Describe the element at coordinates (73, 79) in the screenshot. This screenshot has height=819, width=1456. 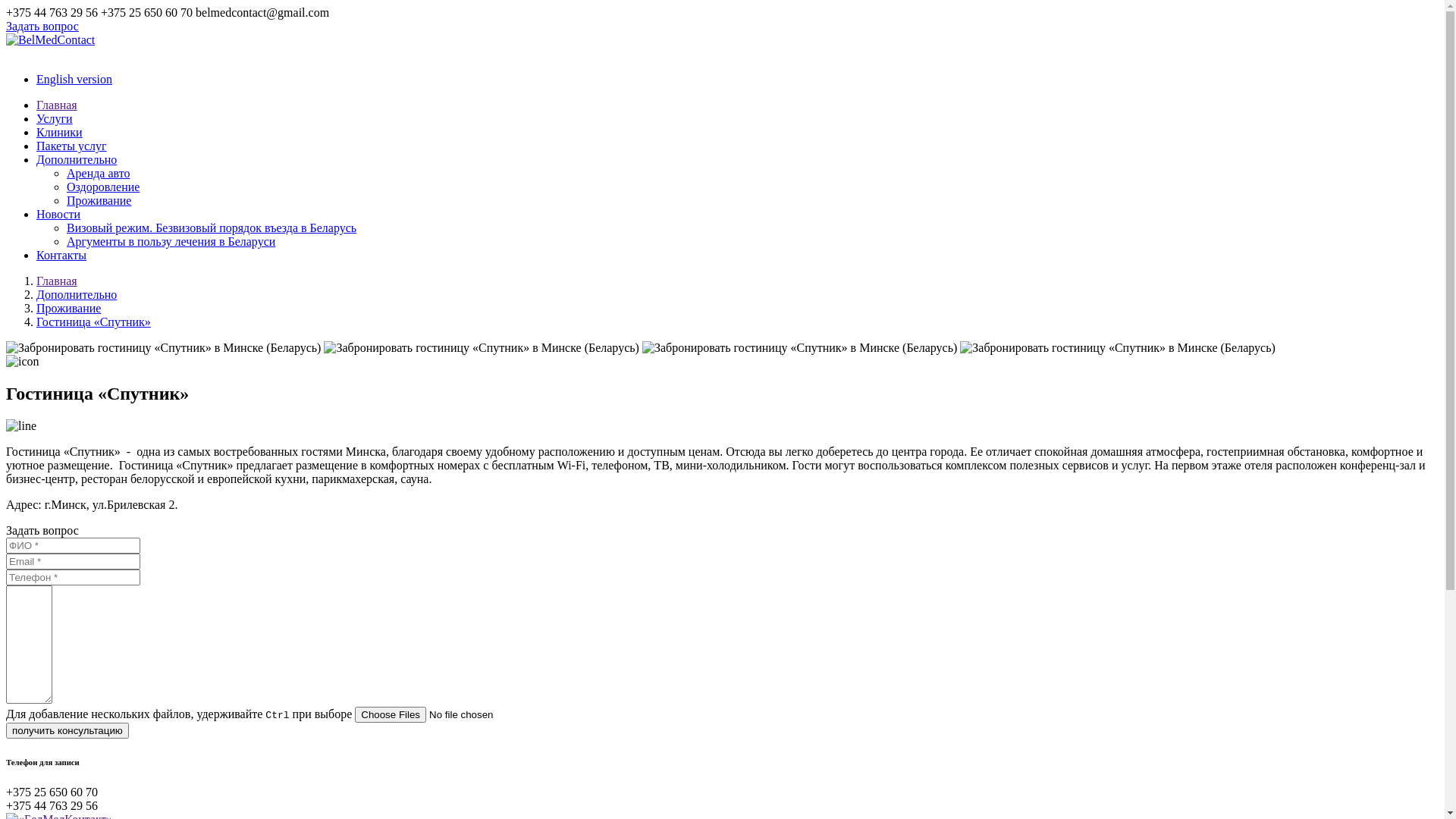
I see `'English version'` at that location.